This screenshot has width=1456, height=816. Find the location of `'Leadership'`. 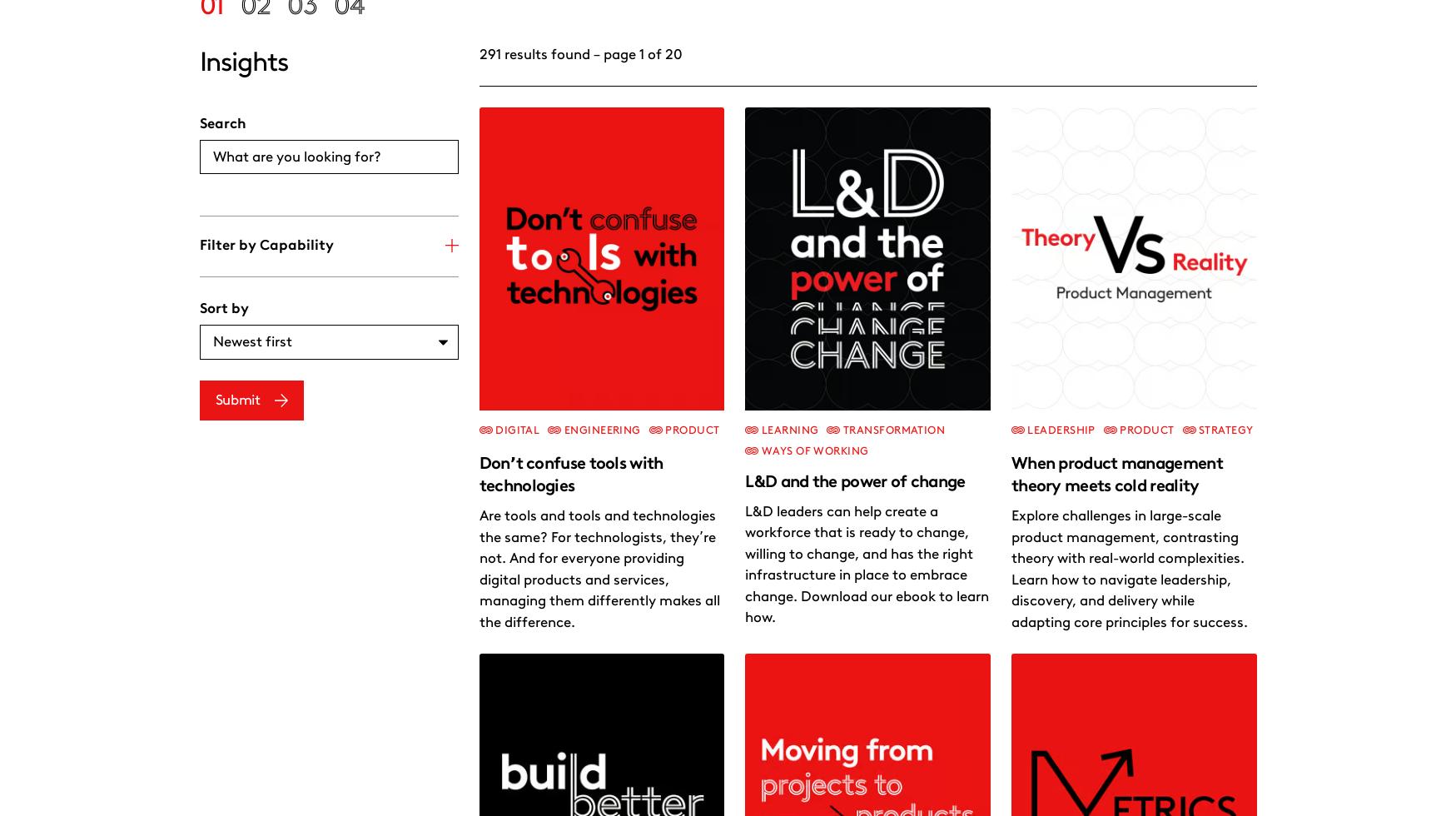

'Leadership' is located at coordinates (793, 304).